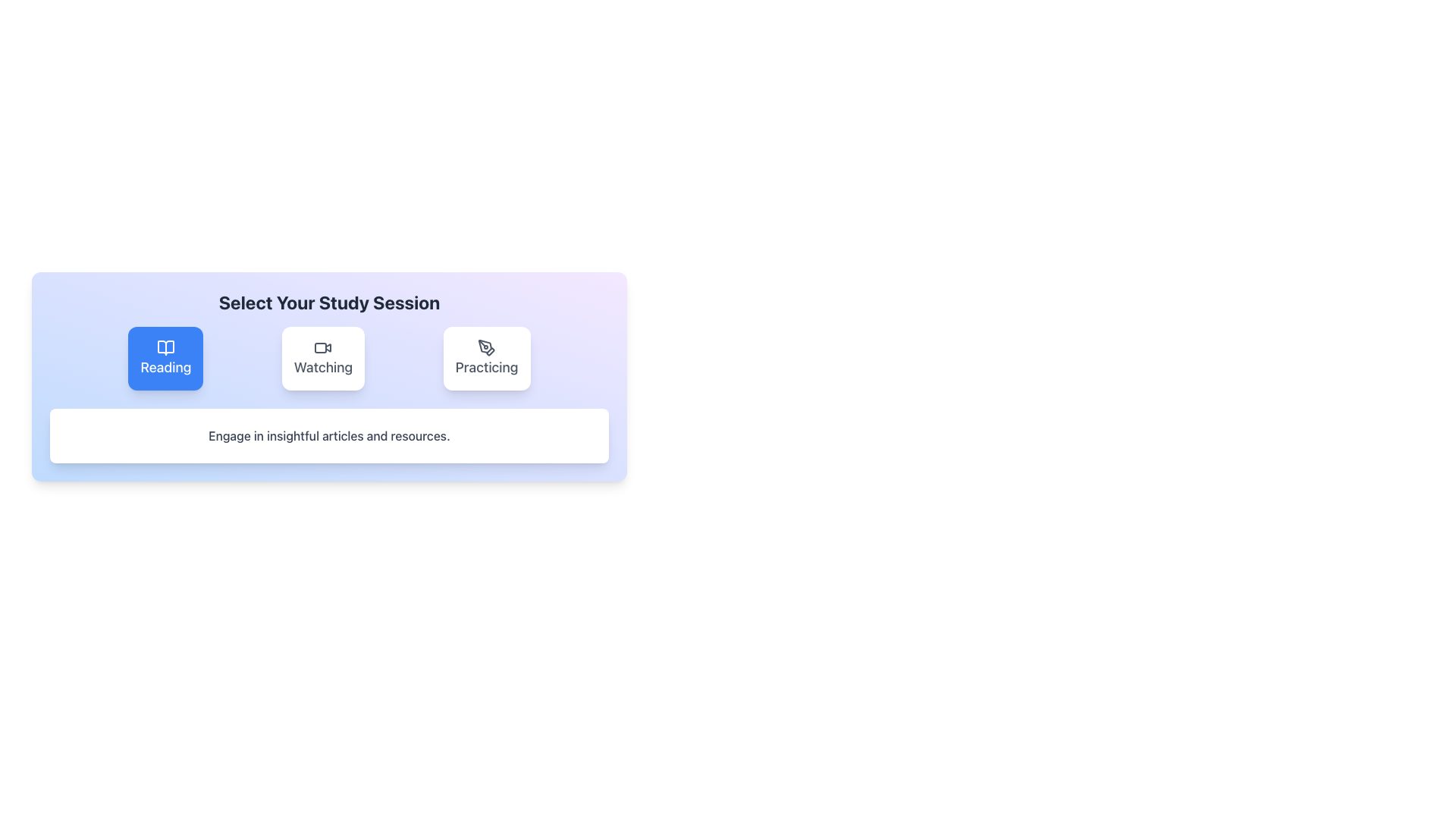 The width and height of the screenshot is (1456, 819). I want to click on the representation of the pen nib icon, which is styled with a light stroke and is located near the bottom of the 'Practicing' option in the interface, so click(491, 351).